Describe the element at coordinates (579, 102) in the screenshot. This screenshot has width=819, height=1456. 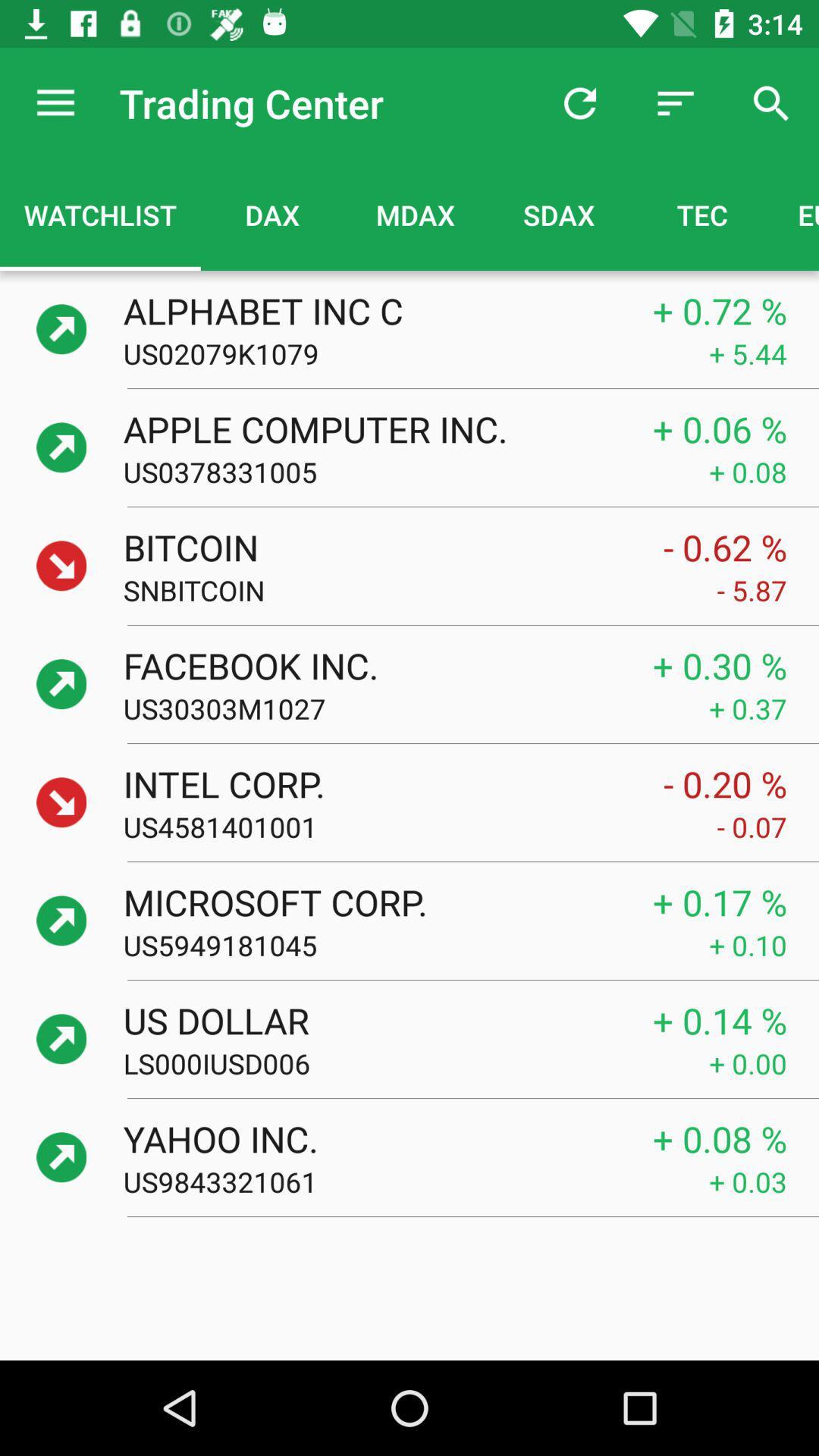
I see `the icon next to the trading center` at that location.